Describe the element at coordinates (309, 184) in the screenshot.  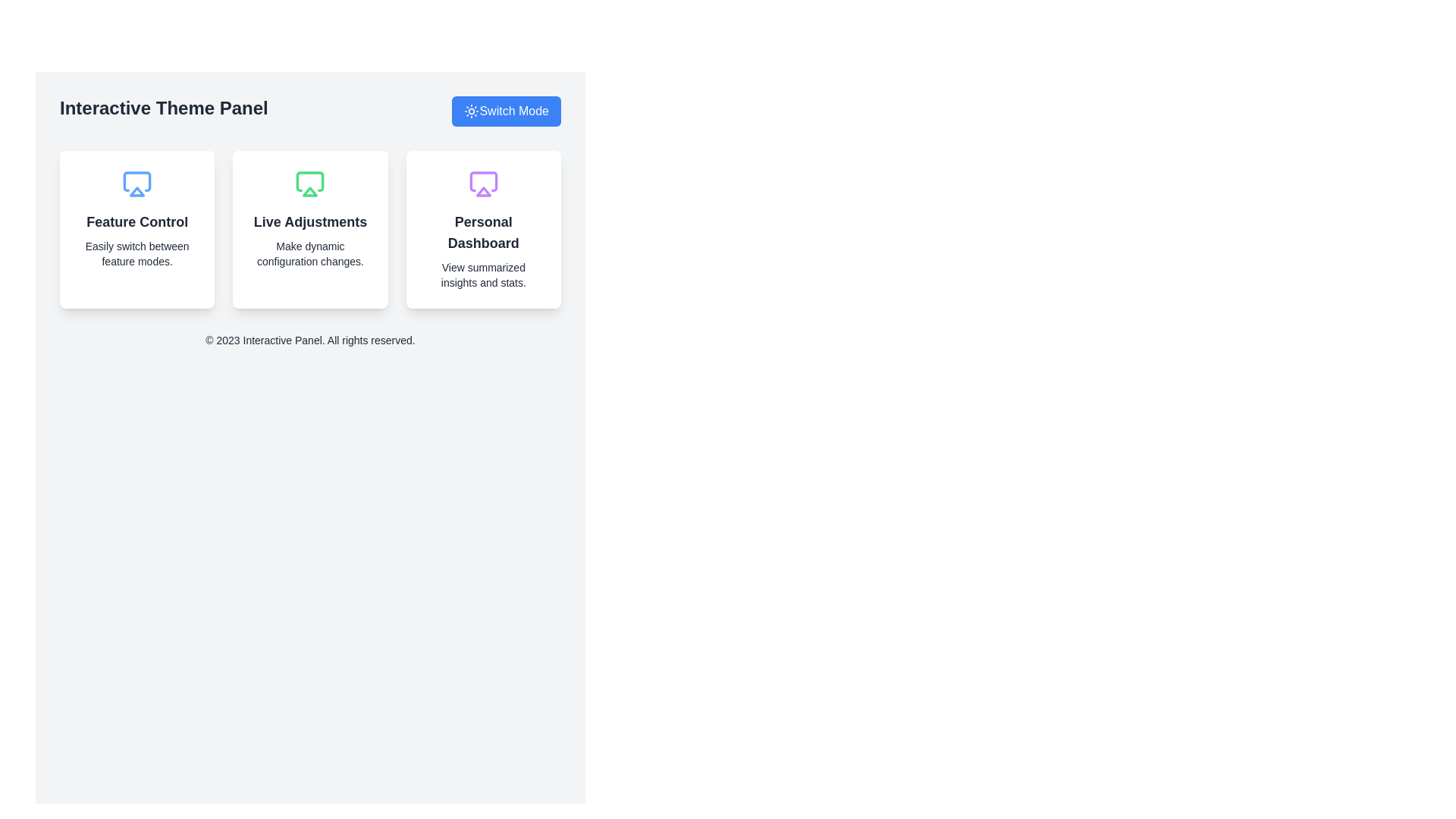
I see `the decorative icon representing the 'Live Adjustments' feature, located at the center top of the middle card in the three-card row layout` at that location.